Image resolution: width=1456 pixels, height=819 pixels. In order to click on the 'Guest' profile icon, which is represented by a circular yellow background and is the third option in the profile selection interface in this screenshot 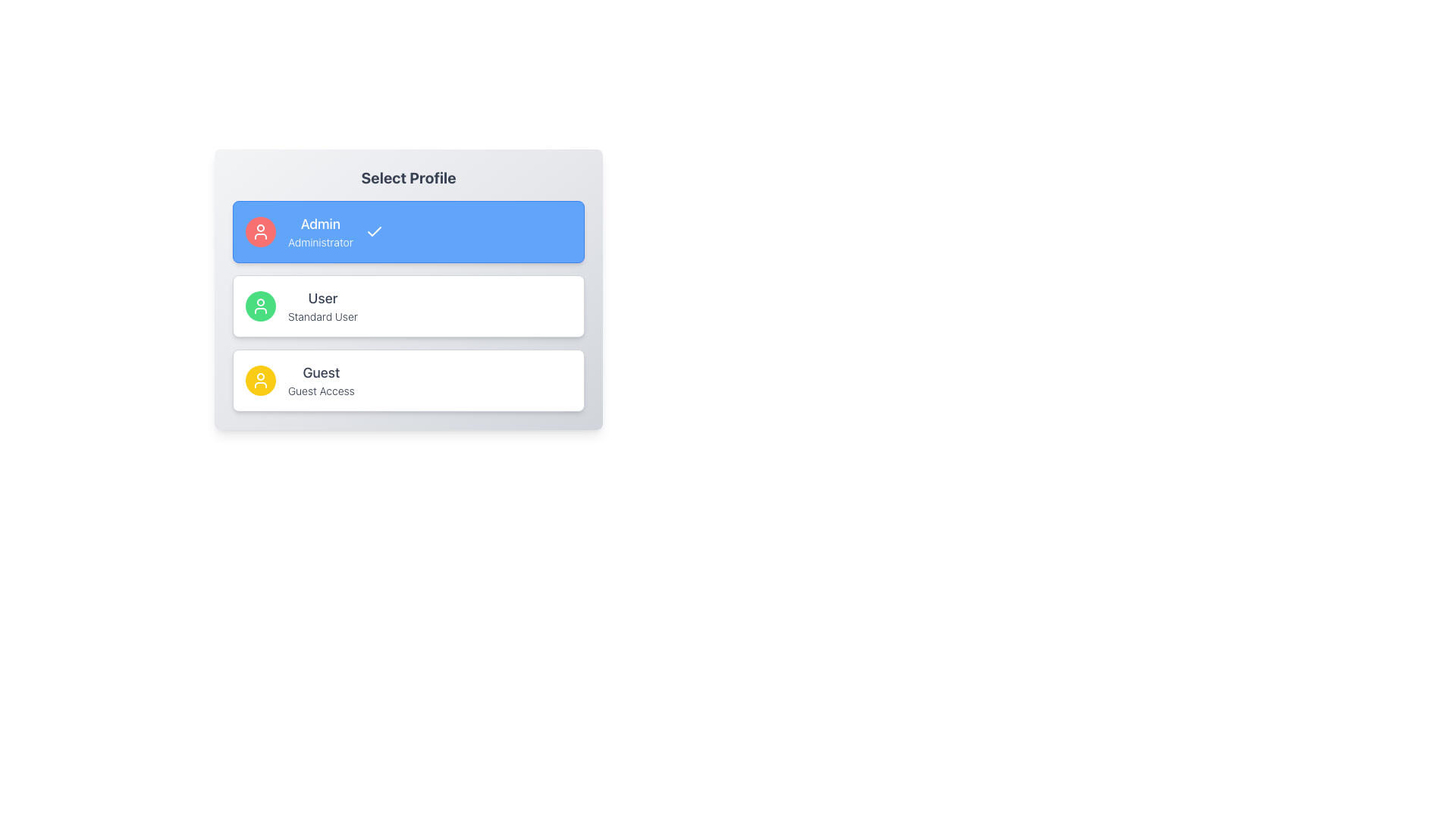, I will do `click(261, 379)`.